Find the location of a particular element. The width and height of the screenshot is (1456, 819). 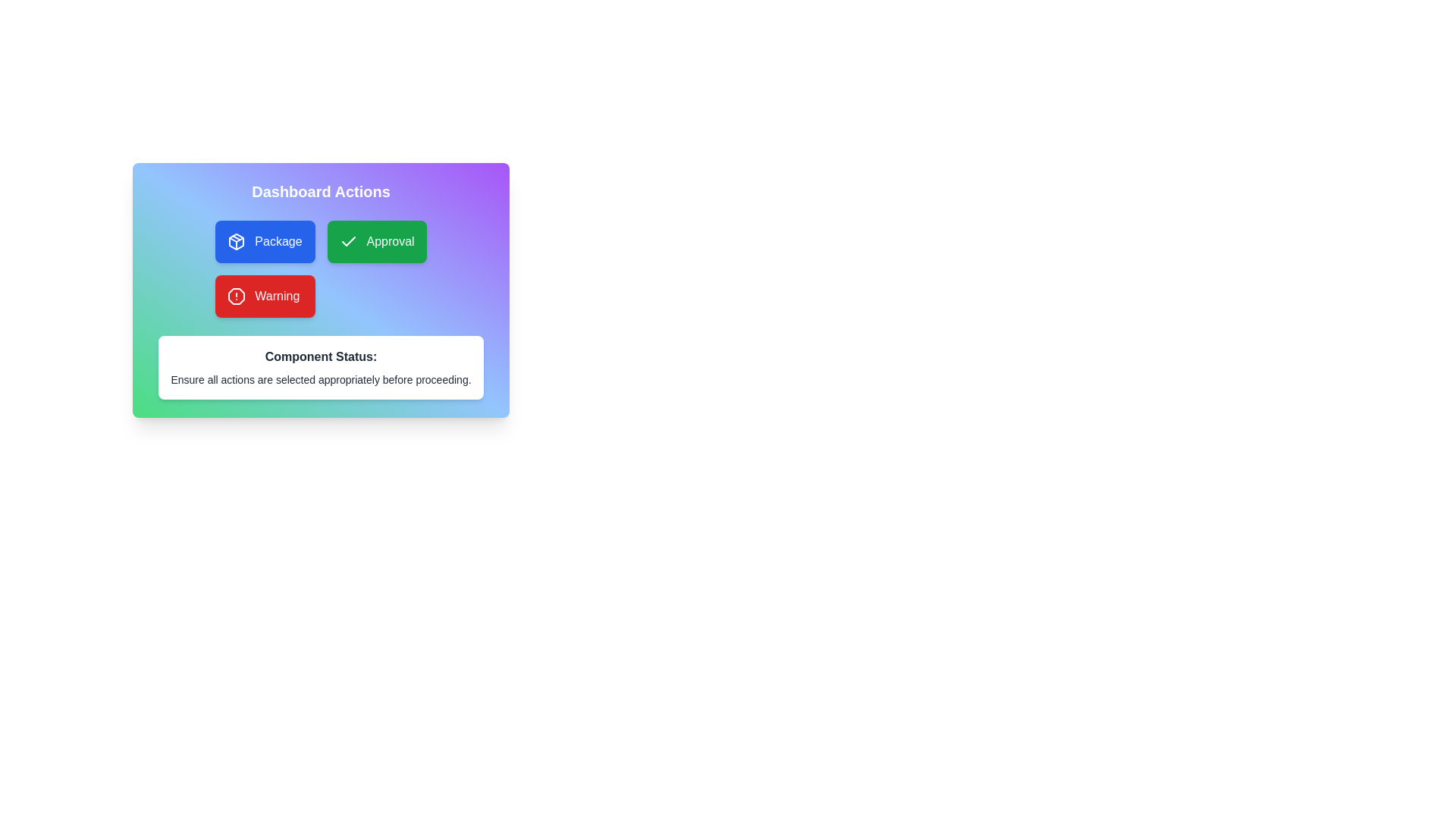

the checkmark icon within the green 'Approval' button located at the top-right of the 'Dashboard Actions' set is located at coordinates (347, 240).